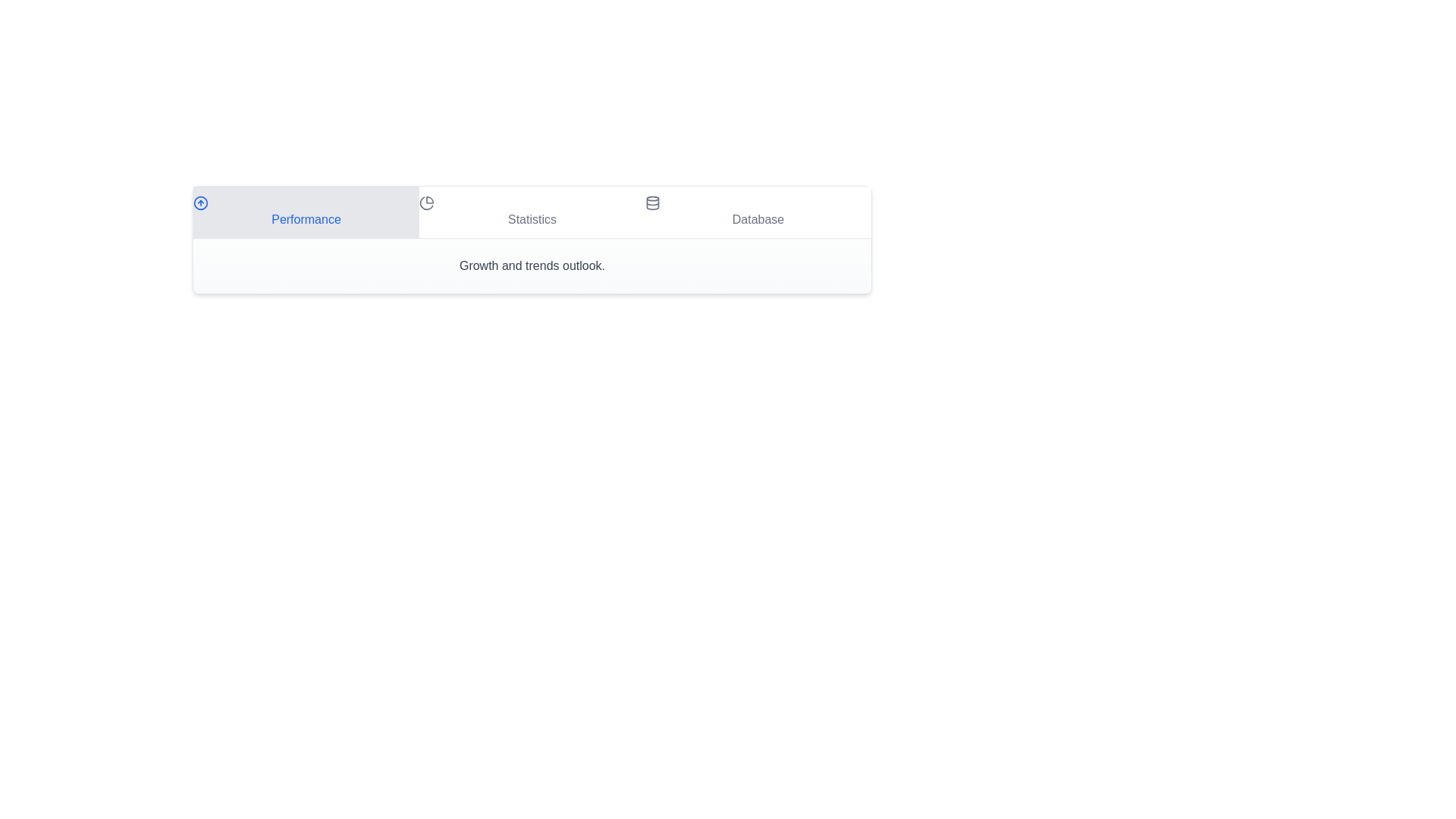  What do you see at coordinates (305, 212) in the screenshot?
I see `the Performance tab by clicking on it` at bounding box center [305, 212].